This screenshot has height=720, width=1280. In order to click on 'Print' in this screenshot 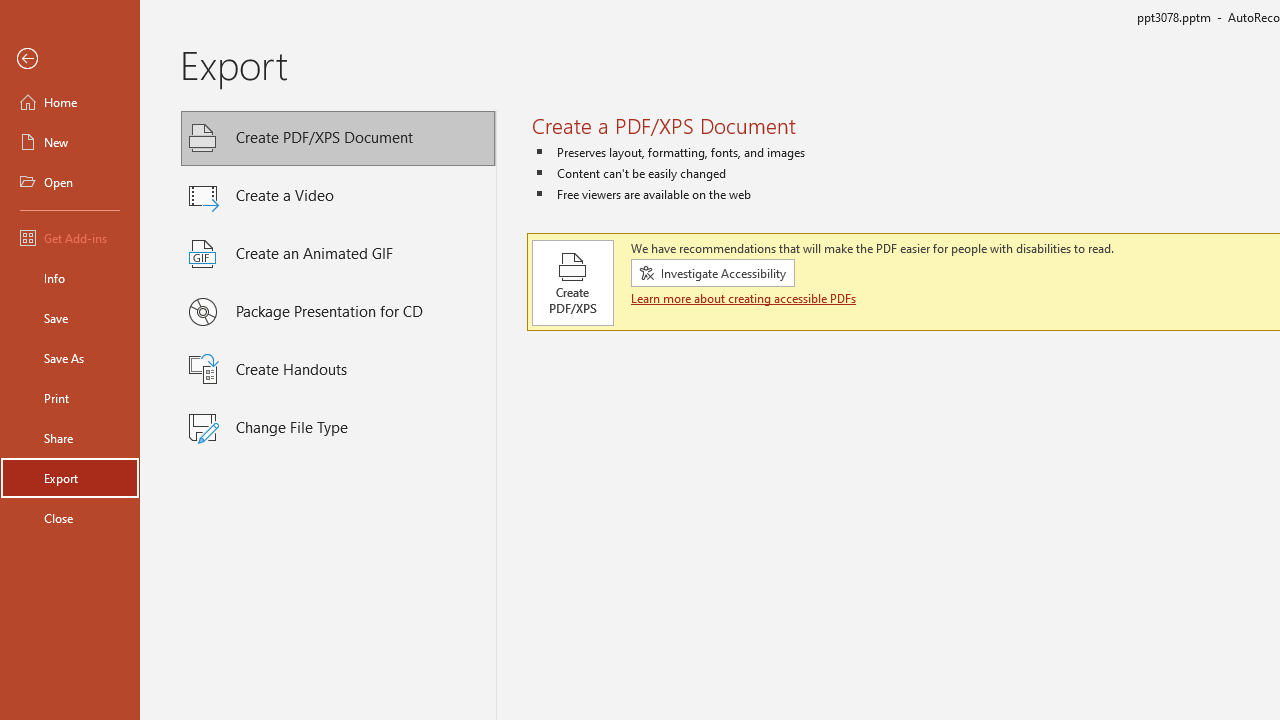, I will do `click(69, 398)`.